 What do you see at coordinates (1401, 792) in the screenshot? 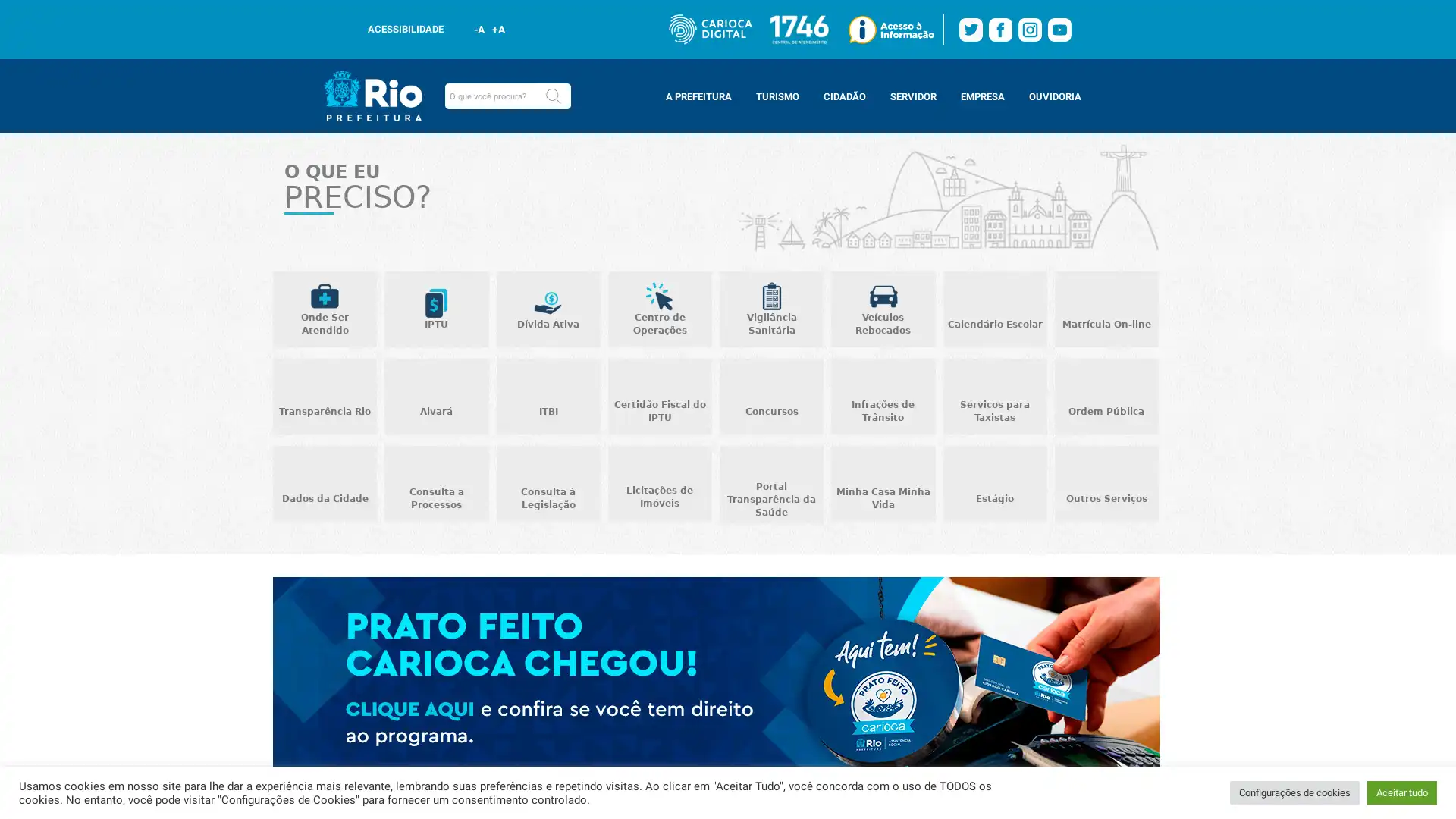
I see `Aceitar tudo` at bounding box center [1401, 792].